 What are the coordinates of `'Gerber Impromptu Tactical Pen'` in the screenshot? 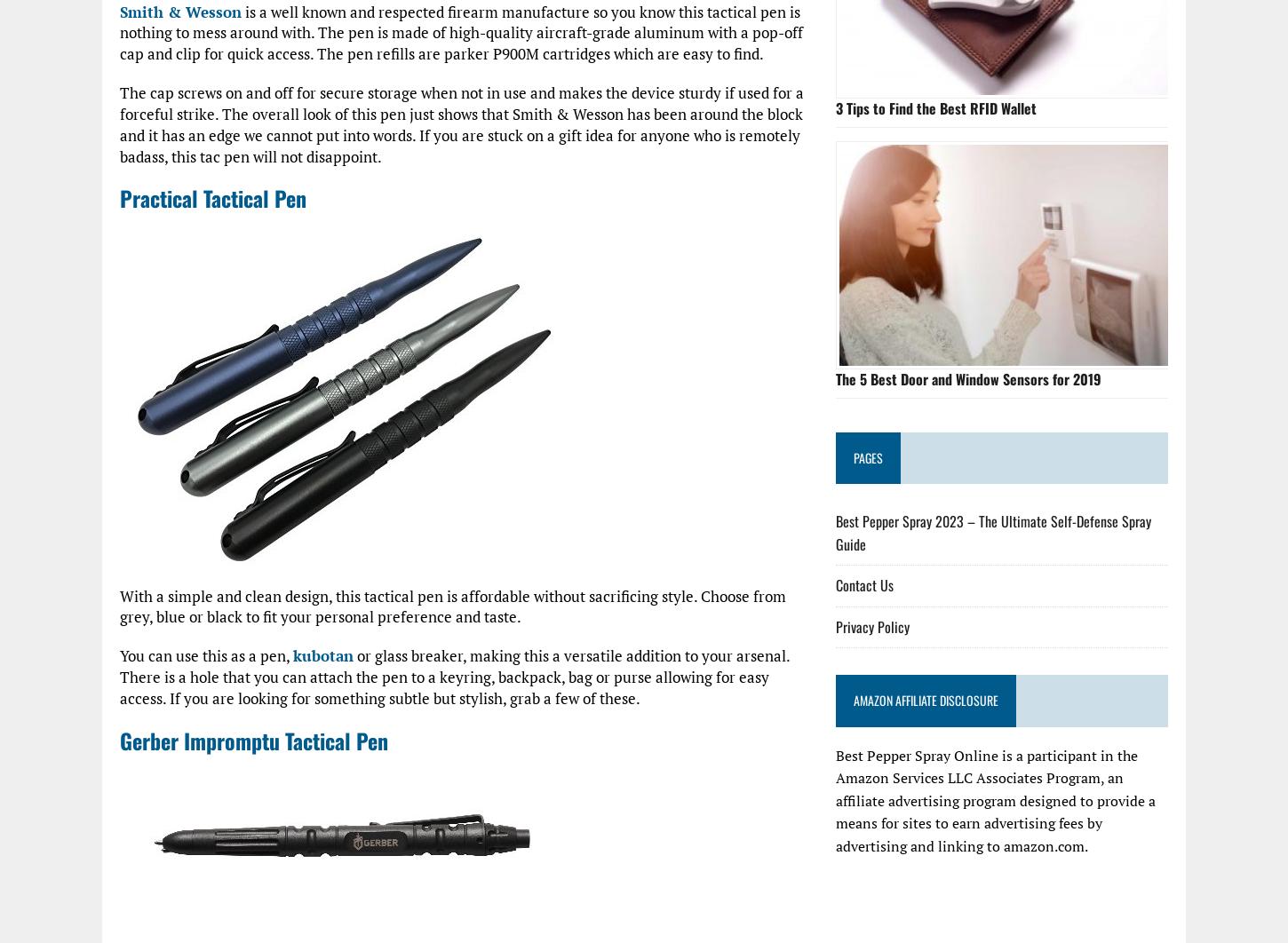 It's located at (253, 739).